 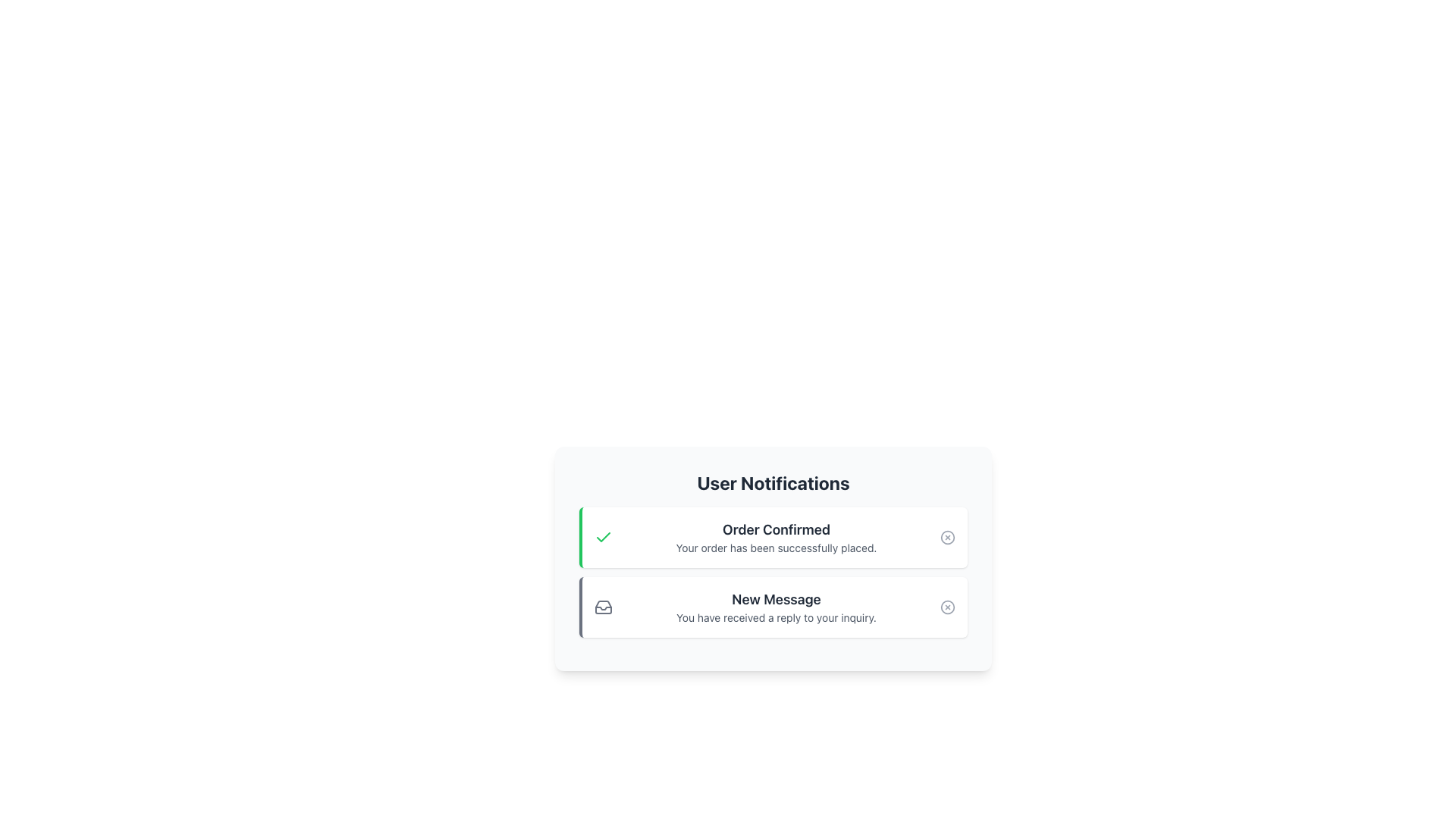 I want to click on success message displayed in the text label stating 'Your order has been successfully placed.' which is located below the bold header 'Order Confirmed', so click(x=776, y=548).